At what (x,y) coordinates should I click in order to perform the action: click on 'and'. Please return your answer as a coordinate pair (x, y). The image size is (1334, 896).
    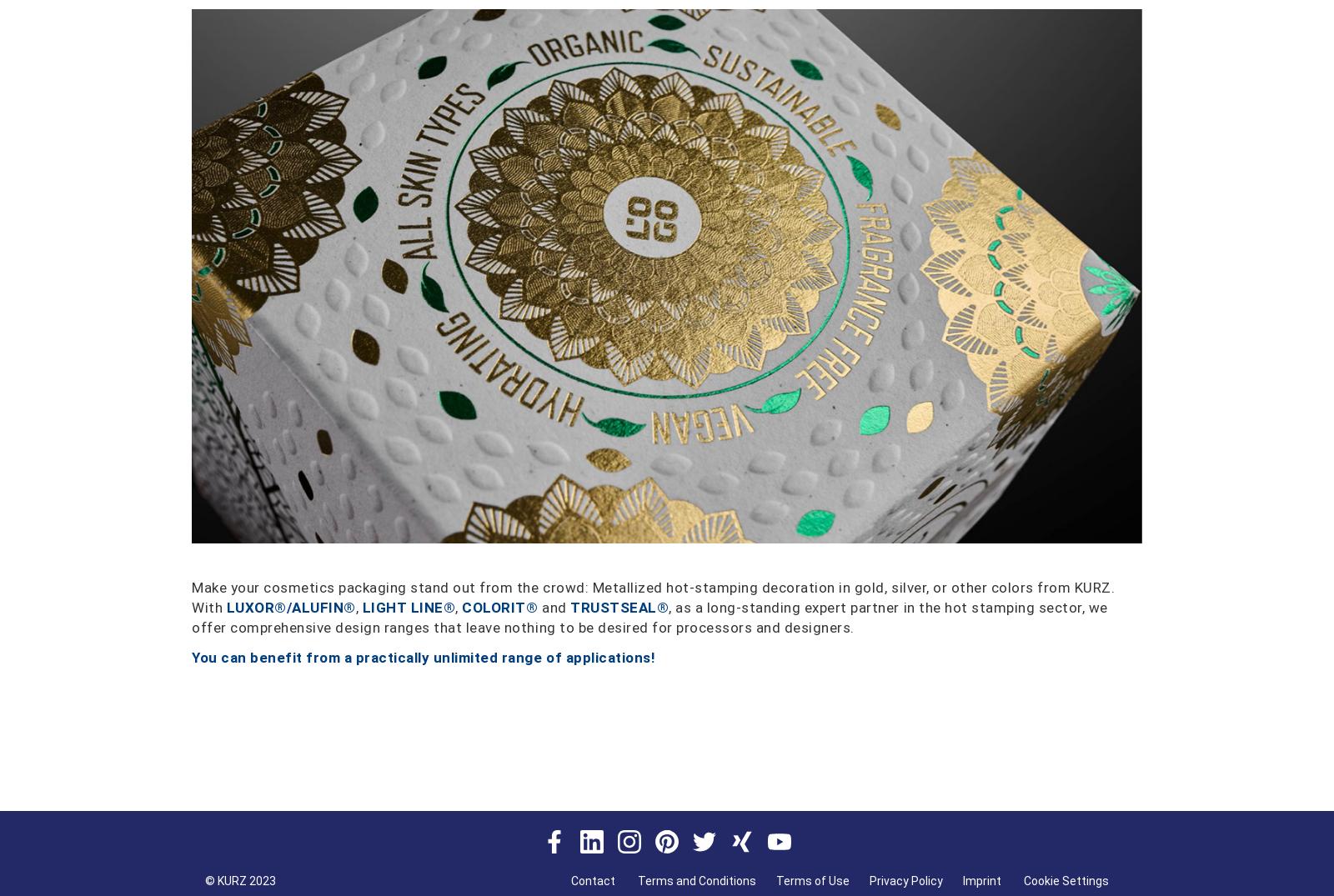
    Looking at the image, I should click on (554, 605).